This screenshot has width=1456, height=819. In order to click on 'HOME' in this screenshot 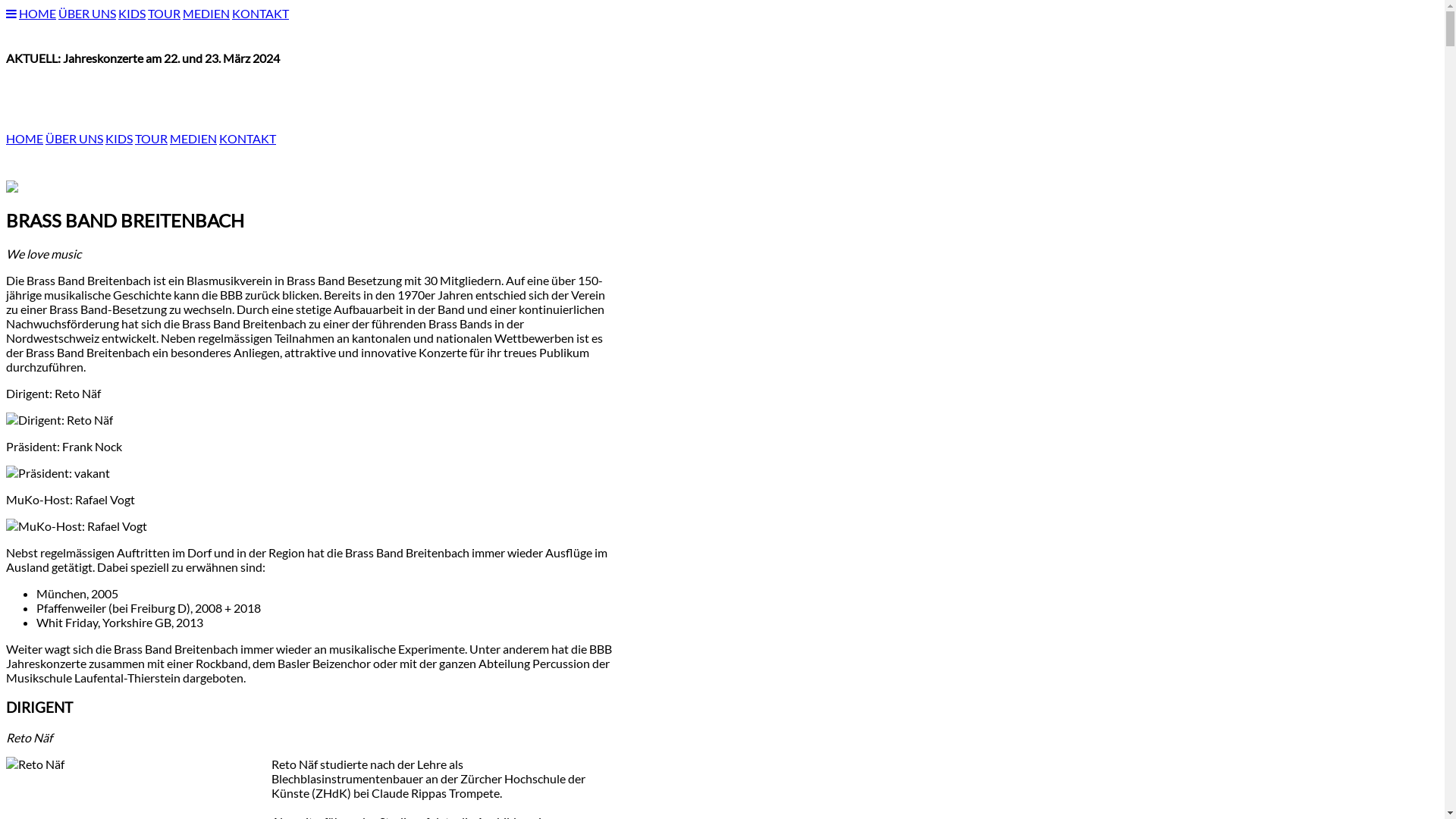, I will do `click(37, 13)`.